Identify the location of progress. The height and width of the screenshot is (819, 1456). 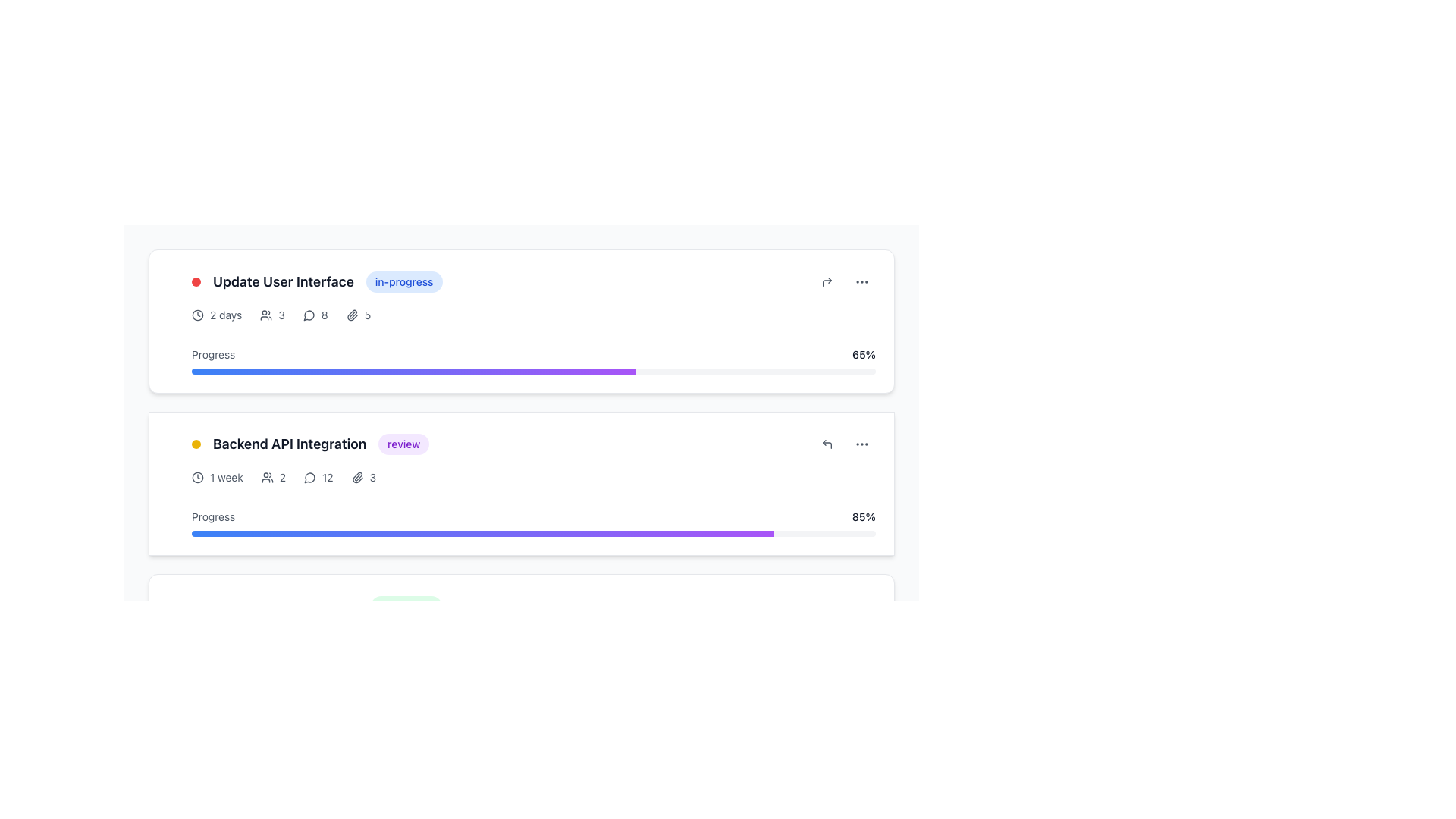
(400, 371).